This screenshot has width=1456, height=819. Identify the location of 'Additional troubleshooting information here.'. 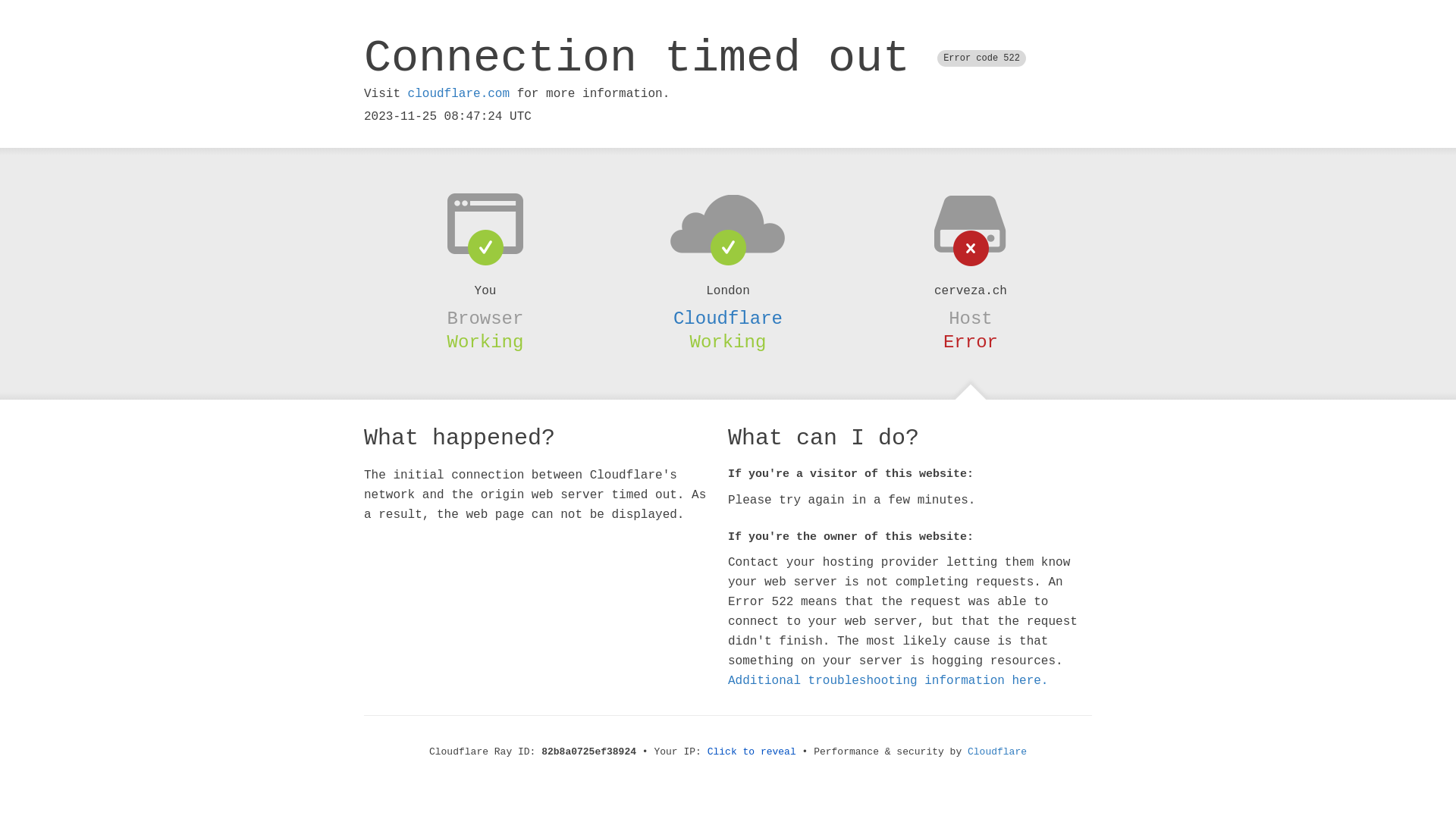
(888, 680).